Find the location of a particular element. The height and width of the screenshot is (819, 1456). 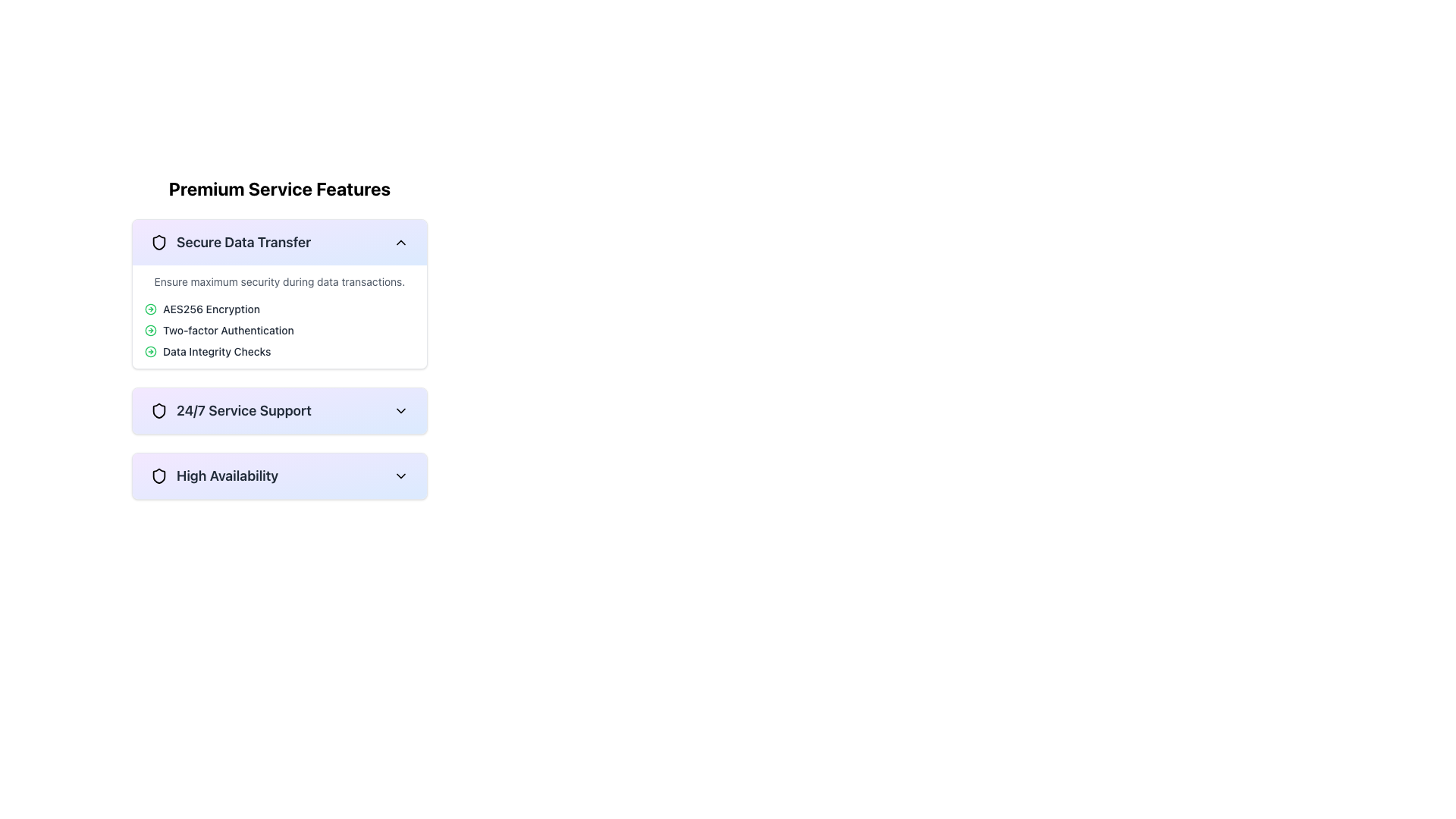

Informational Text that provides a description of secure data transfer features, located under the 'Secure Data Transfer' header is located at coordinates (280, 281).